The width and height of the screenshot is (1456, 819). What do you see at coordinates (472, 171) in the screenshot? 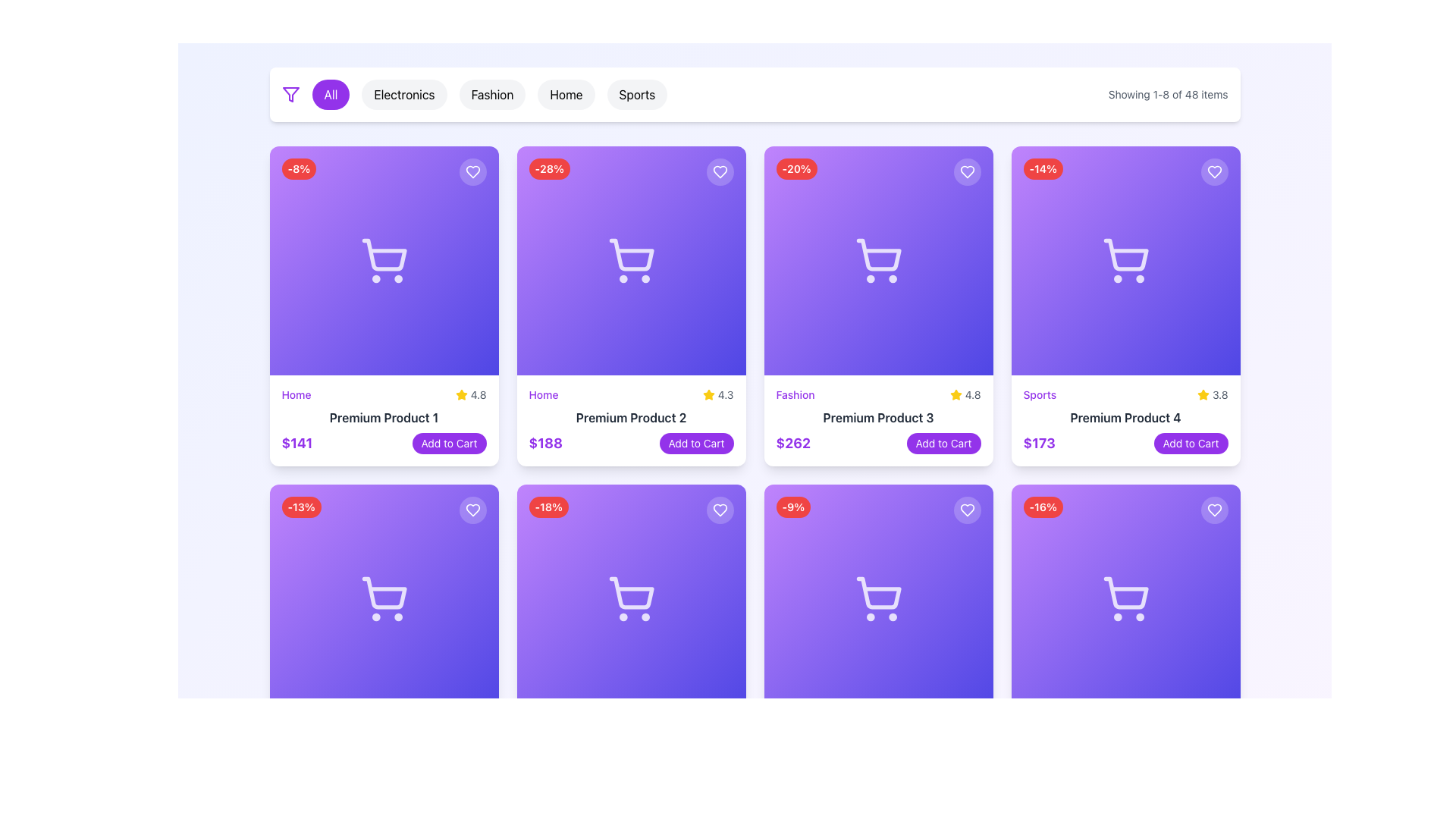
I see `the icon button located in the top-right corner of the second product card in the first row` at bounding box center [472, 171].